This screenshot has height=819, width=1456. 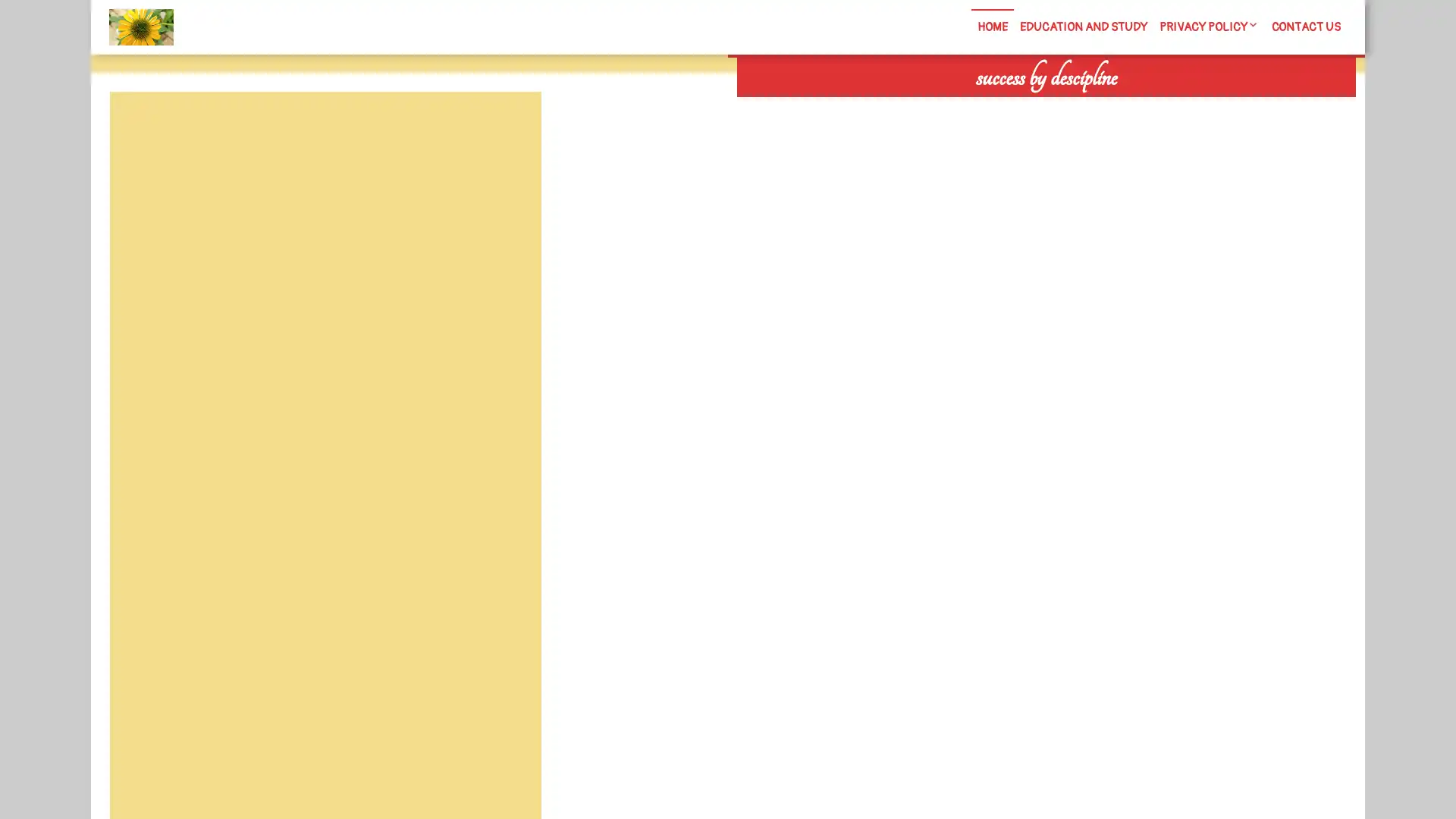 What do you see at coordinates (506, 127) in the screenshot?
I see `Search` at bounding box center [506, 127].